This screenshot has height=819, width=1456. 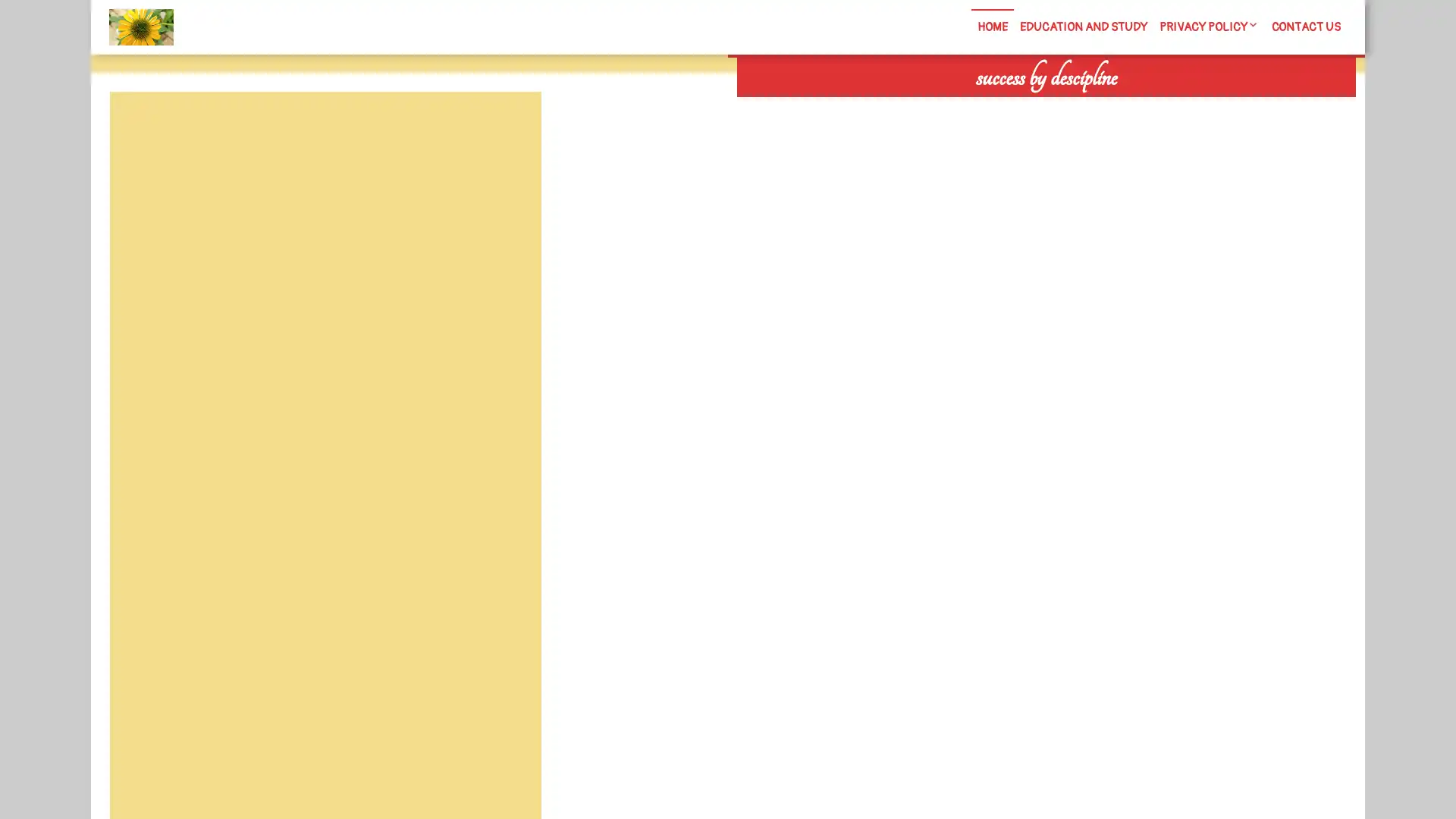 What do you see at coordinates (506, 127) in the screenshot?
I see `Search` at bounding box center [506, 127].